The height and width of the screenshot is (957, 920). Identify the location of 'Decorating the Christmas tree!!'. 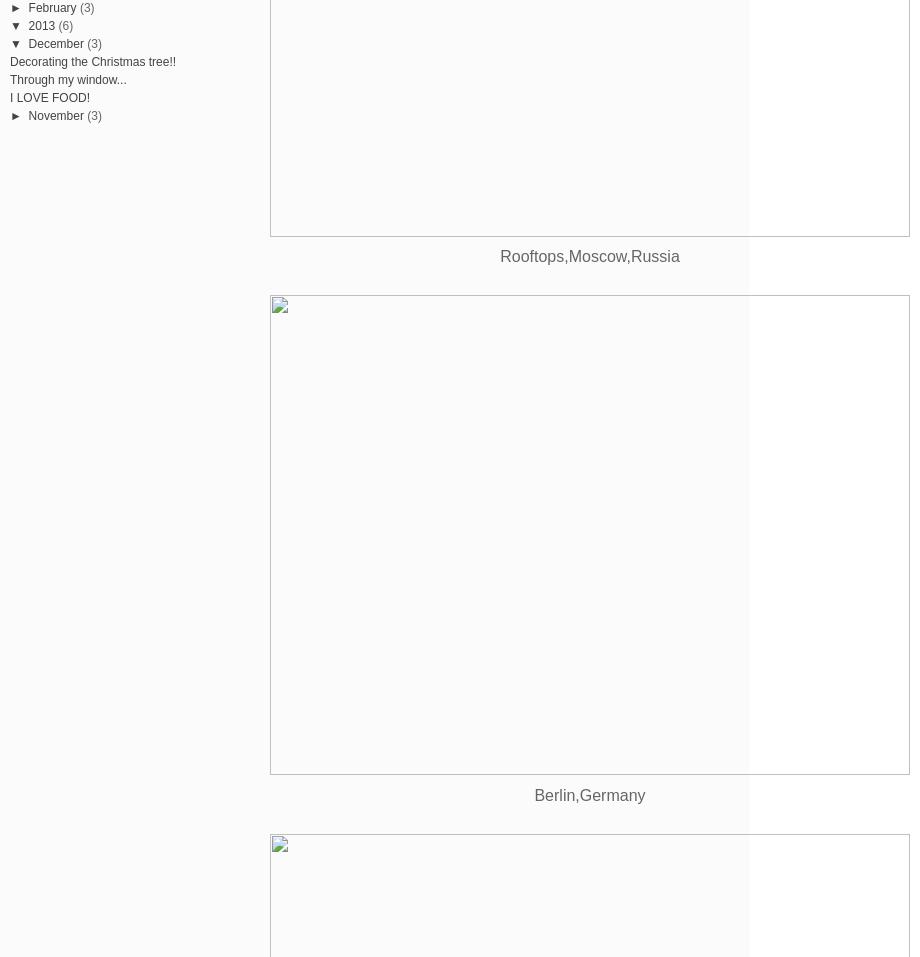
(93, 59).